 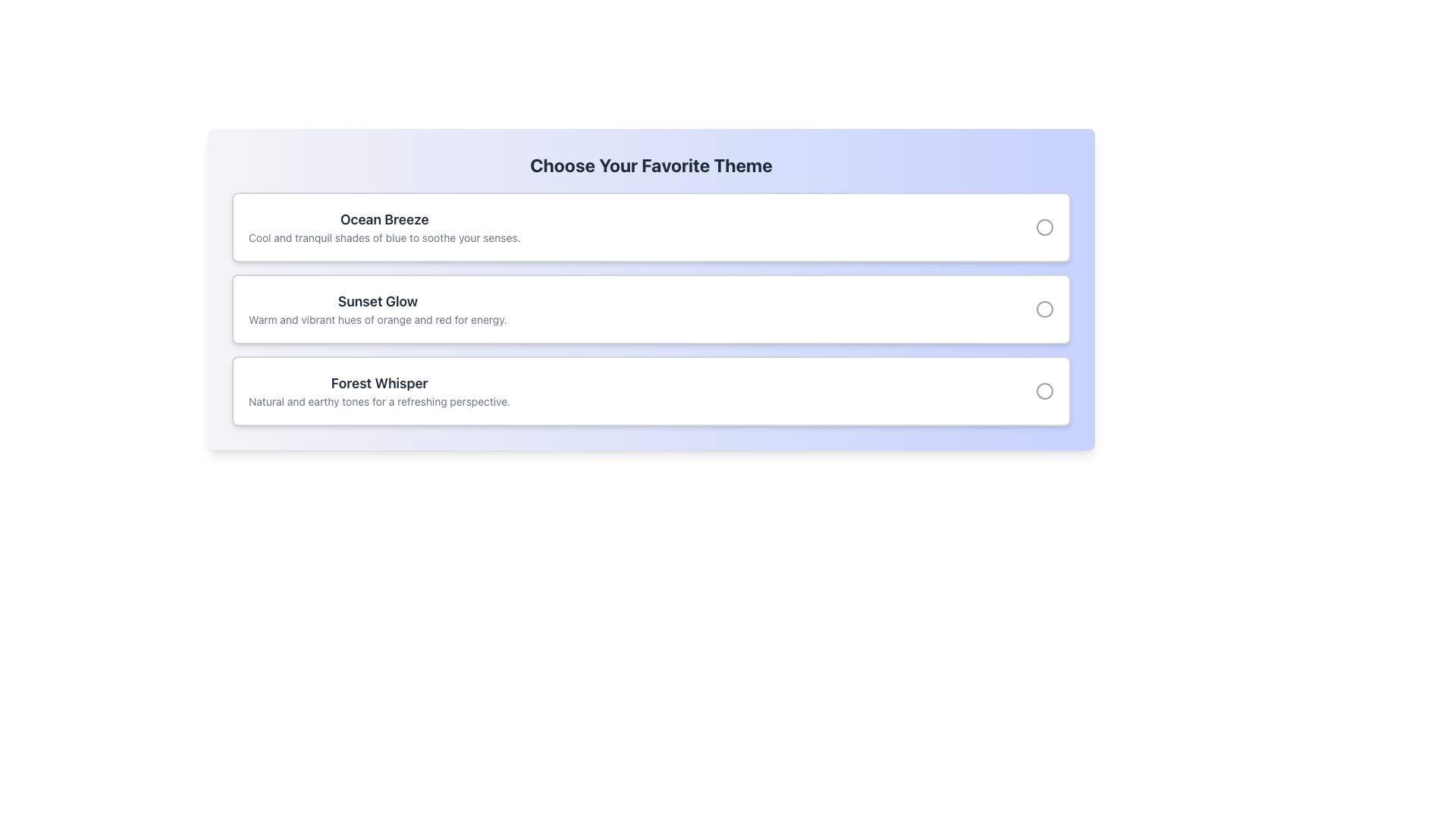 What do you see at coordinates (378, 318) in the screenshot?
I see `the text label that reads 'Warm and vibrant hues of orange and red for energy.' located beneath the title 'Sunset Glow' in the second card of a vertical stack` at bounding box center [378, 318].